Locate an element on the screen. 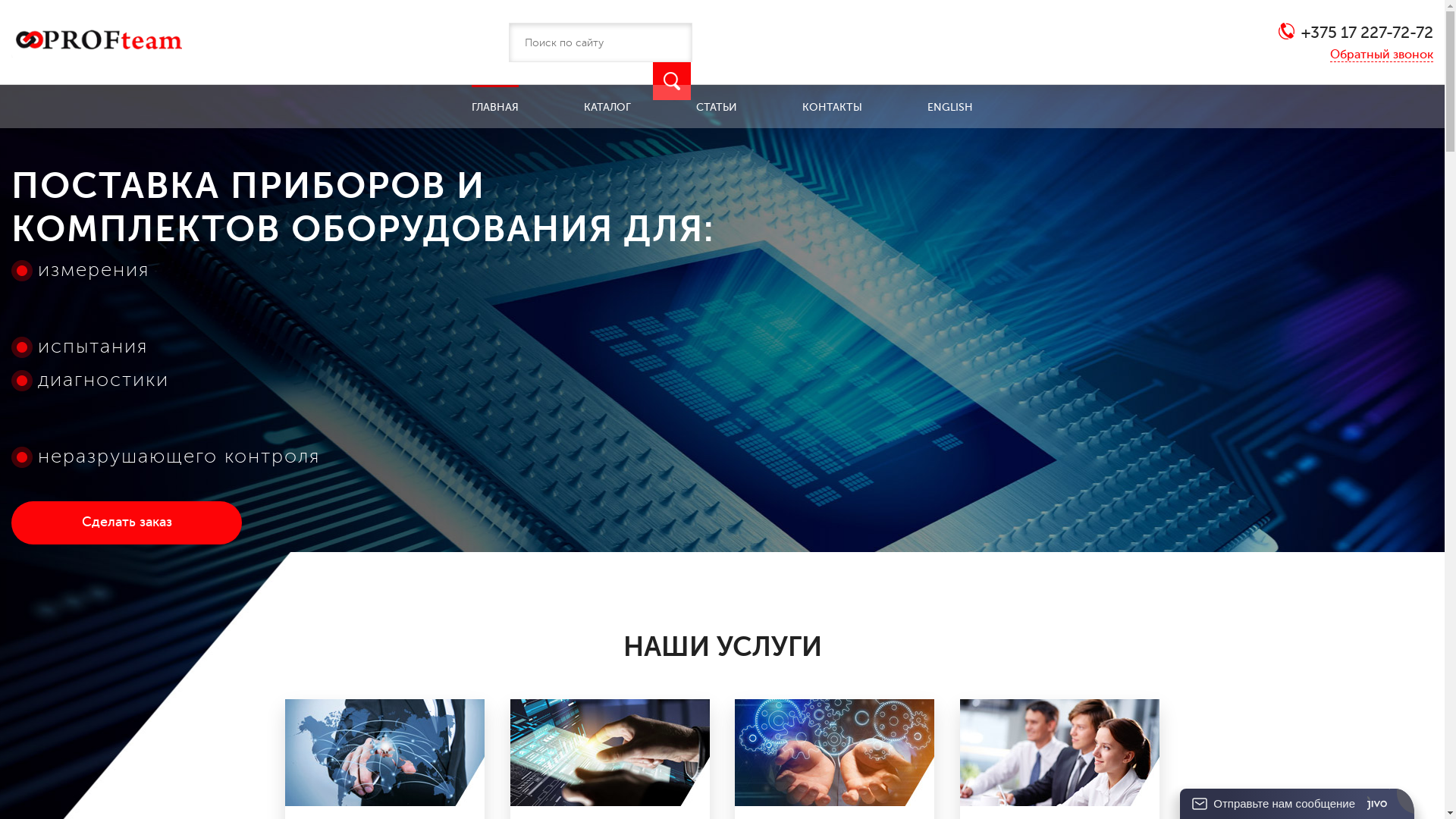 The image size is (1456, 819). 'ENGLISH' is located at coordinates (949, 102).